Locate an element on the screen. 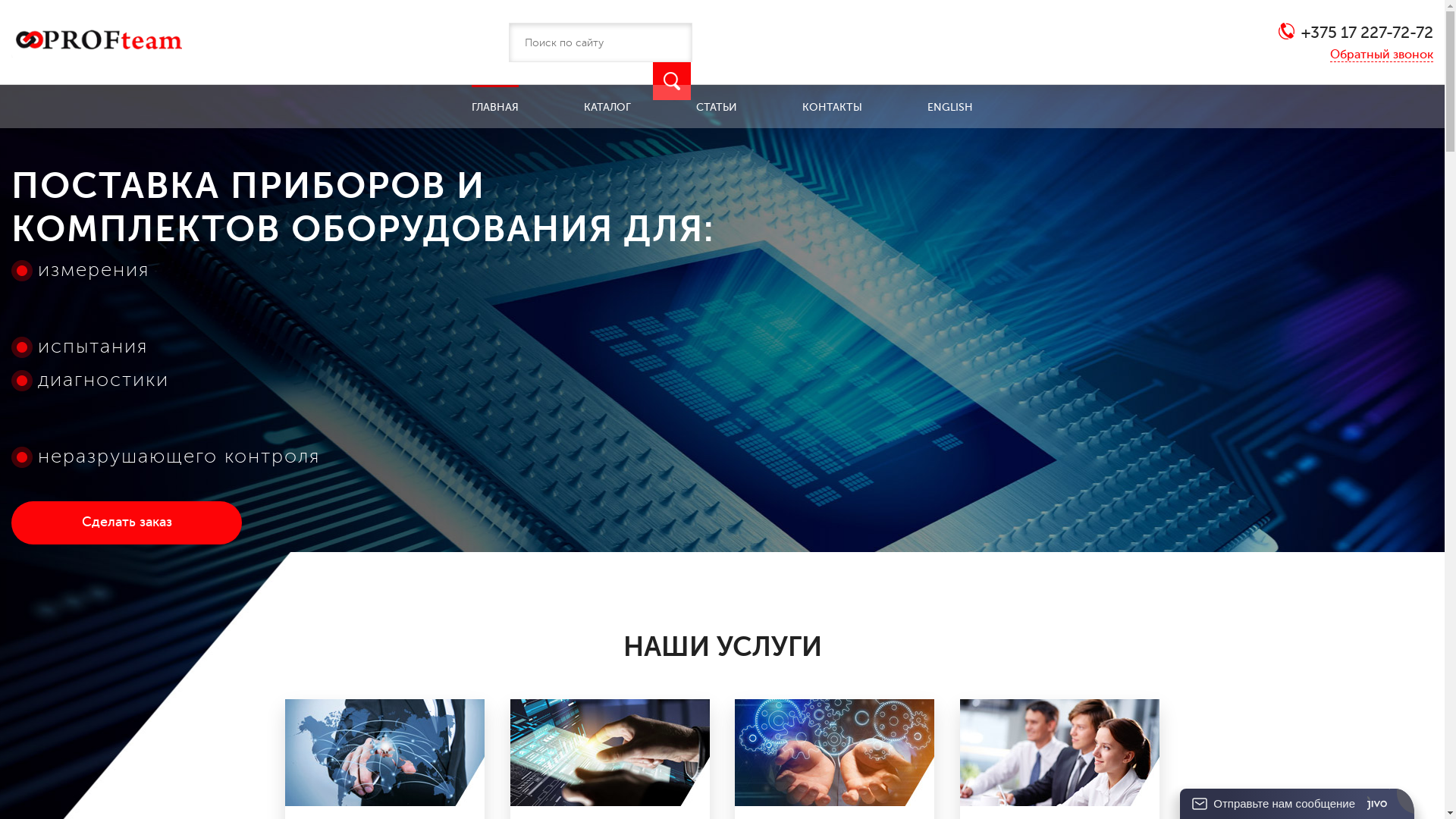 The image size is (1456, 819). 'ENGLISH' is located at coordinates (949, 102).